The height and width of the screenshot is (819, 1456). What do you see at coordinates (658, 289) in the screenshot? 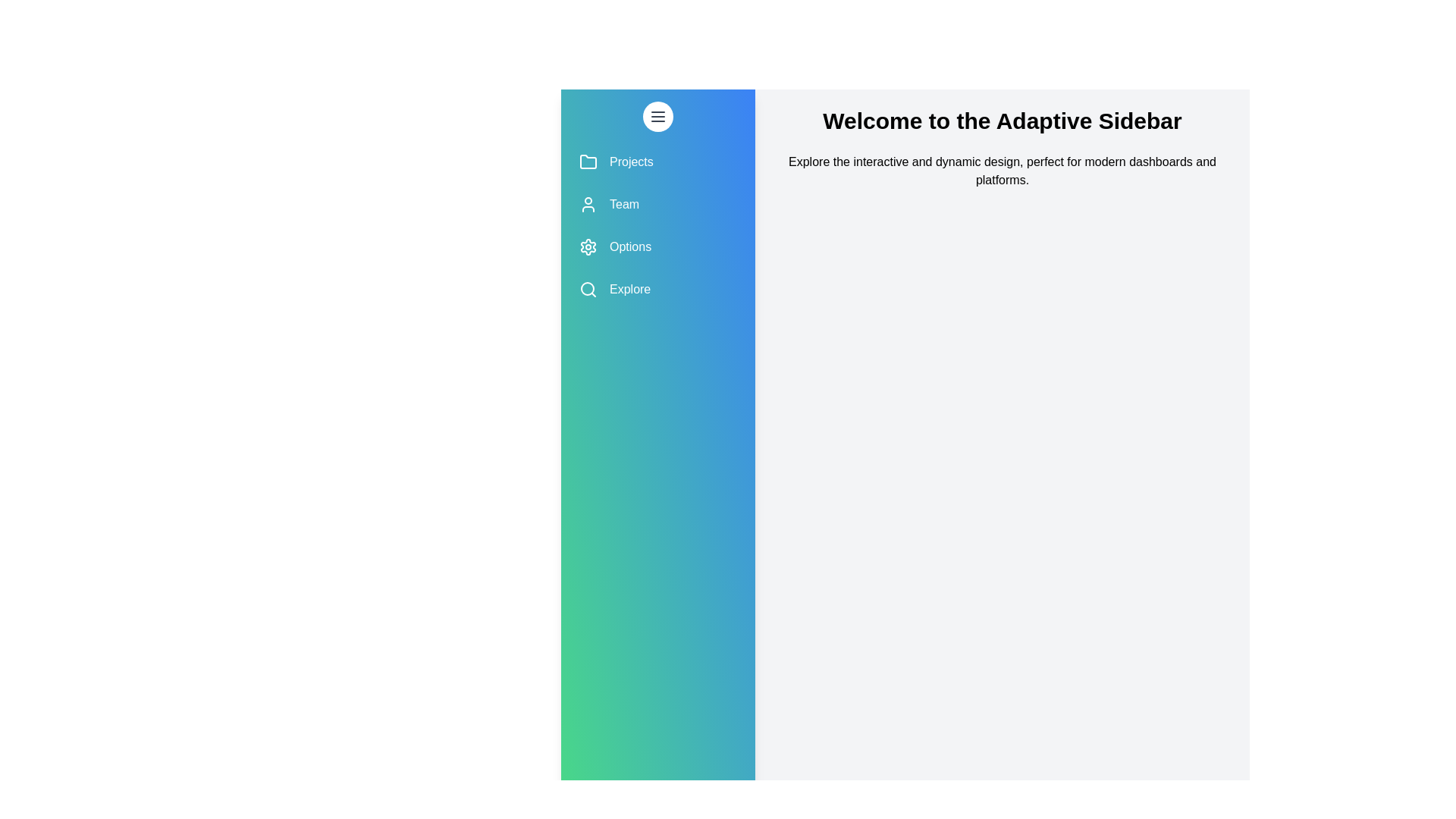
I see `the menu item Explore to view its hover effect` at bounding box center [658, 289].